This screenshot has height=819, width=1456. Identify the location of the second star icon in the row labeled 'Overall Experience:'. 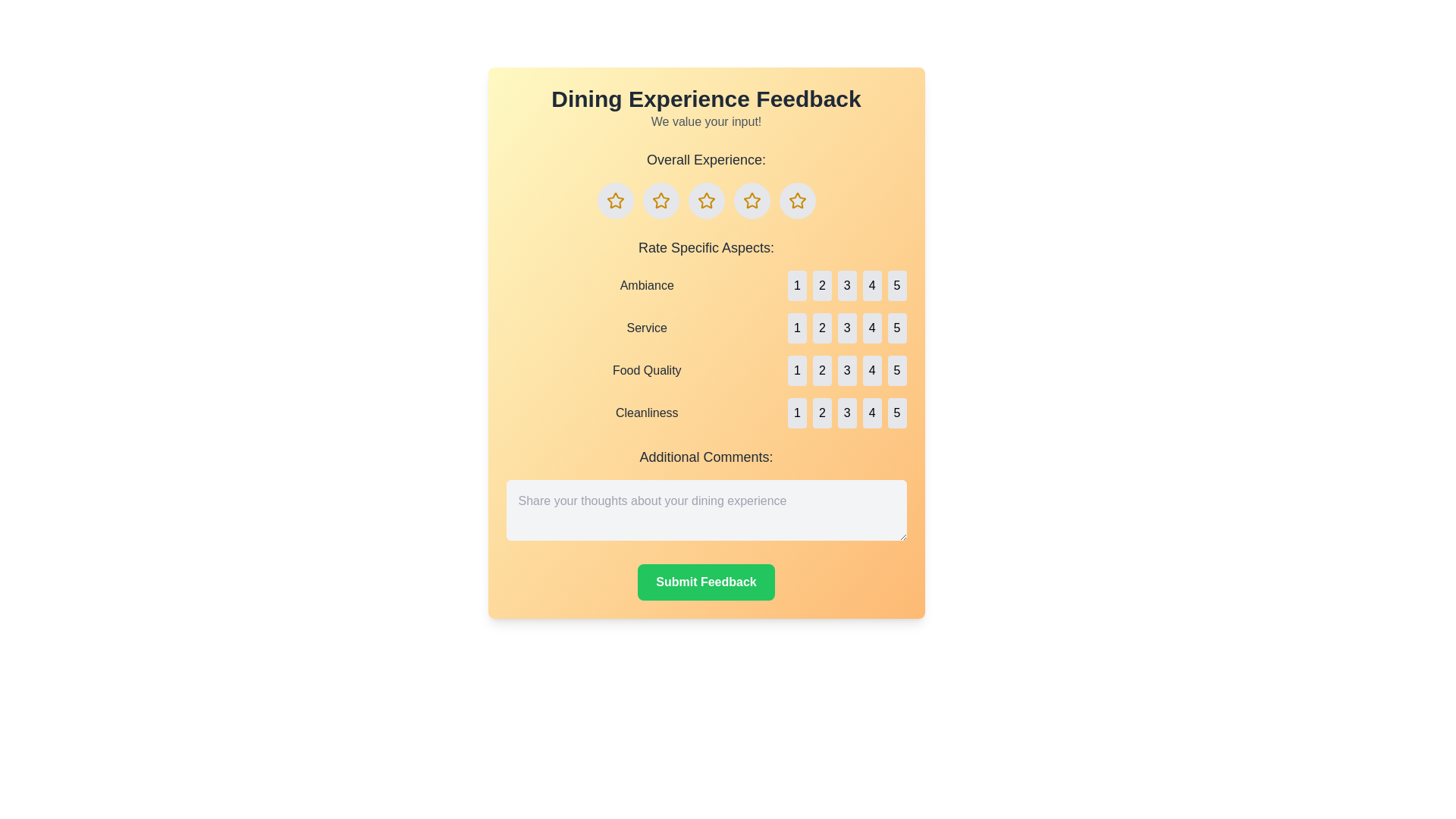
(661, 199).